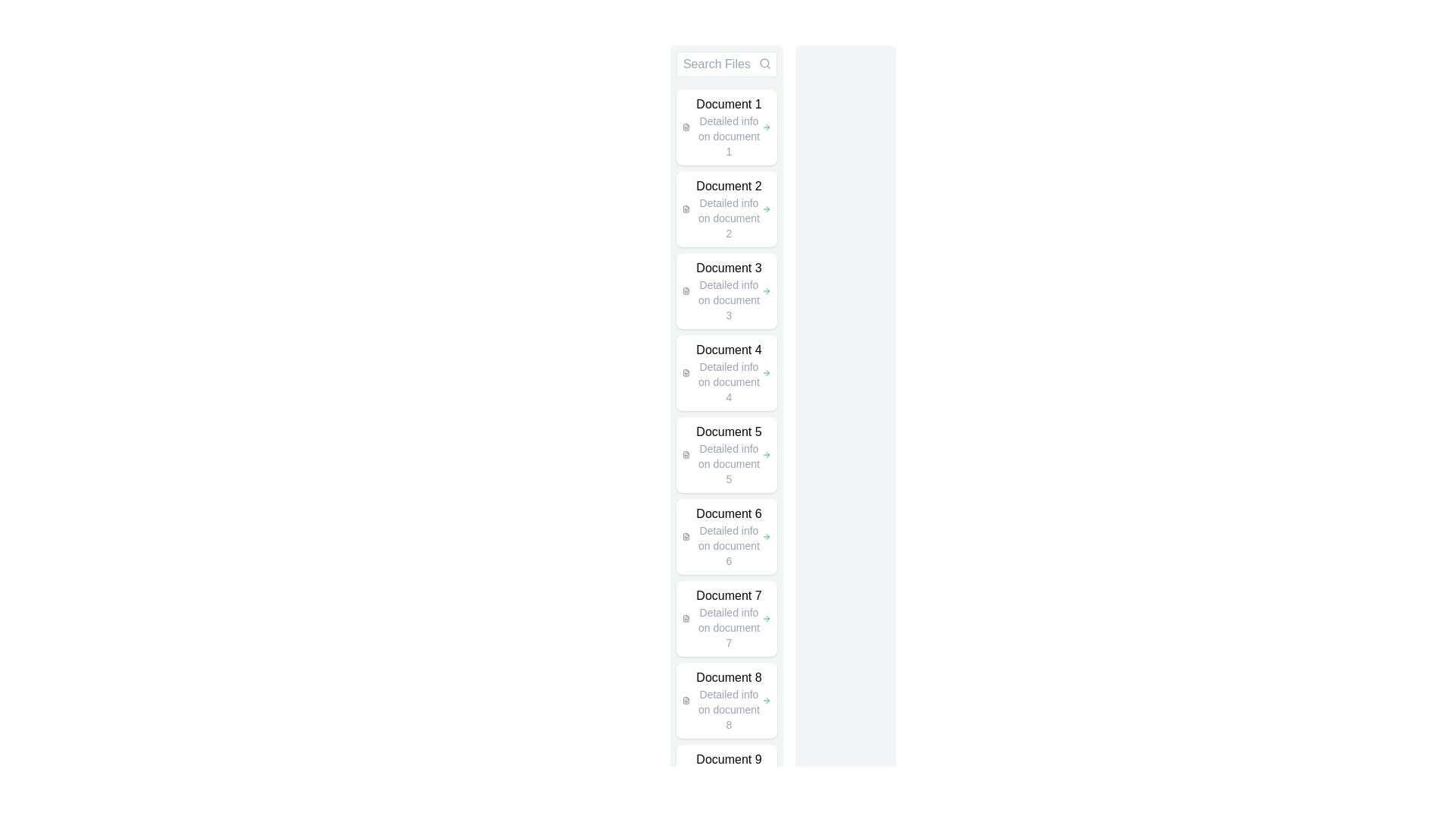 The image size is (1456, 819). What do you see at coordinates (729, 186) in the screenshot?
I see `the text label that serves as the title for the second document entry in a list of documents` at bounding box center [729, 186].